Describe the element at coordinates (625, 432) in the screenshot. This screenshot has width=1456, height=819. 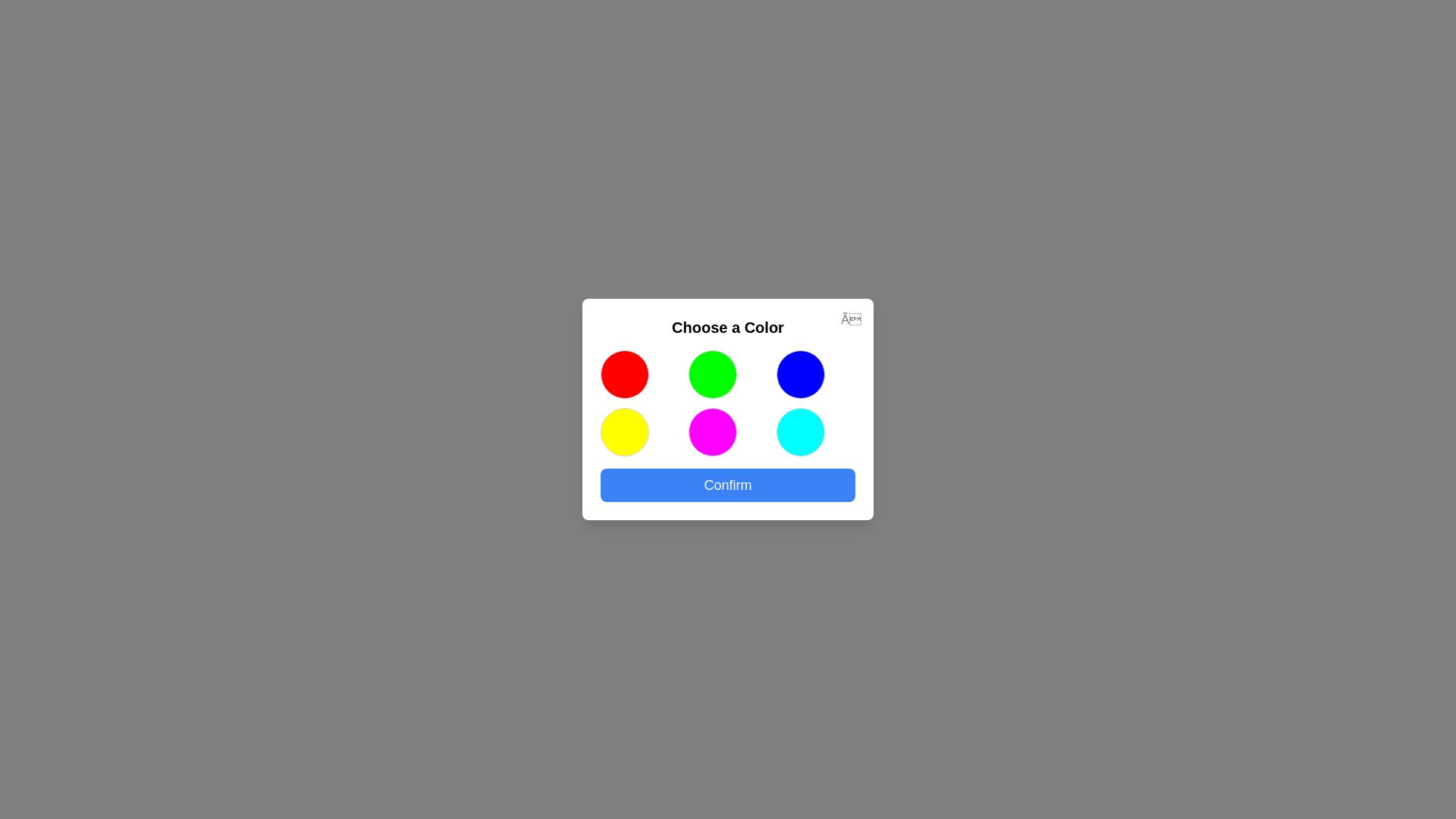
I see `the colored circle corresponding to yellow` at that location.